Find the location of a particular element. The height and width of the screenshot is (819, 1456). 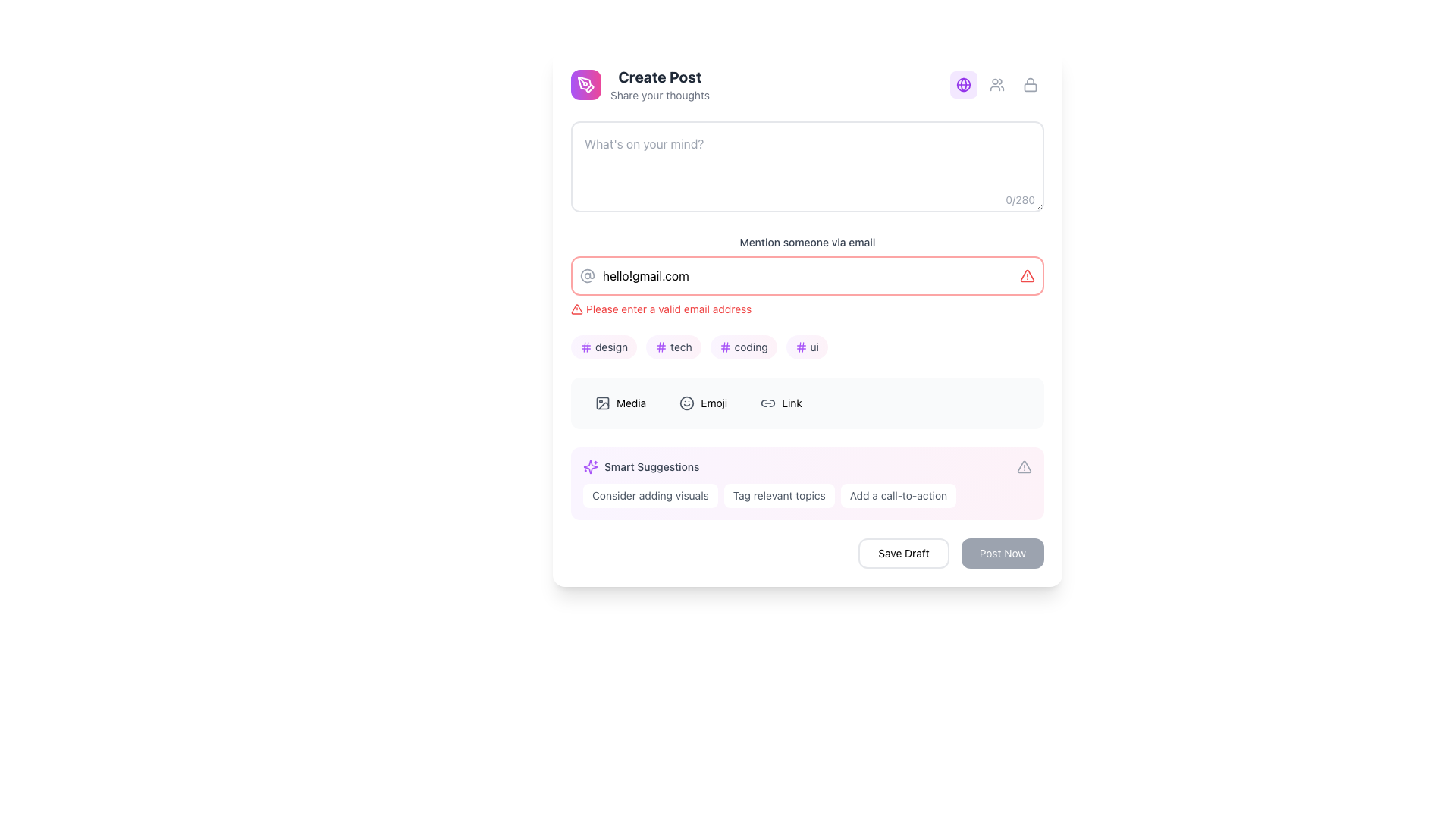

the button featuring a gray link chain icon and the text 'Link', located in the middle portion of the interface below the input fields is located at coordinates (781, 403).